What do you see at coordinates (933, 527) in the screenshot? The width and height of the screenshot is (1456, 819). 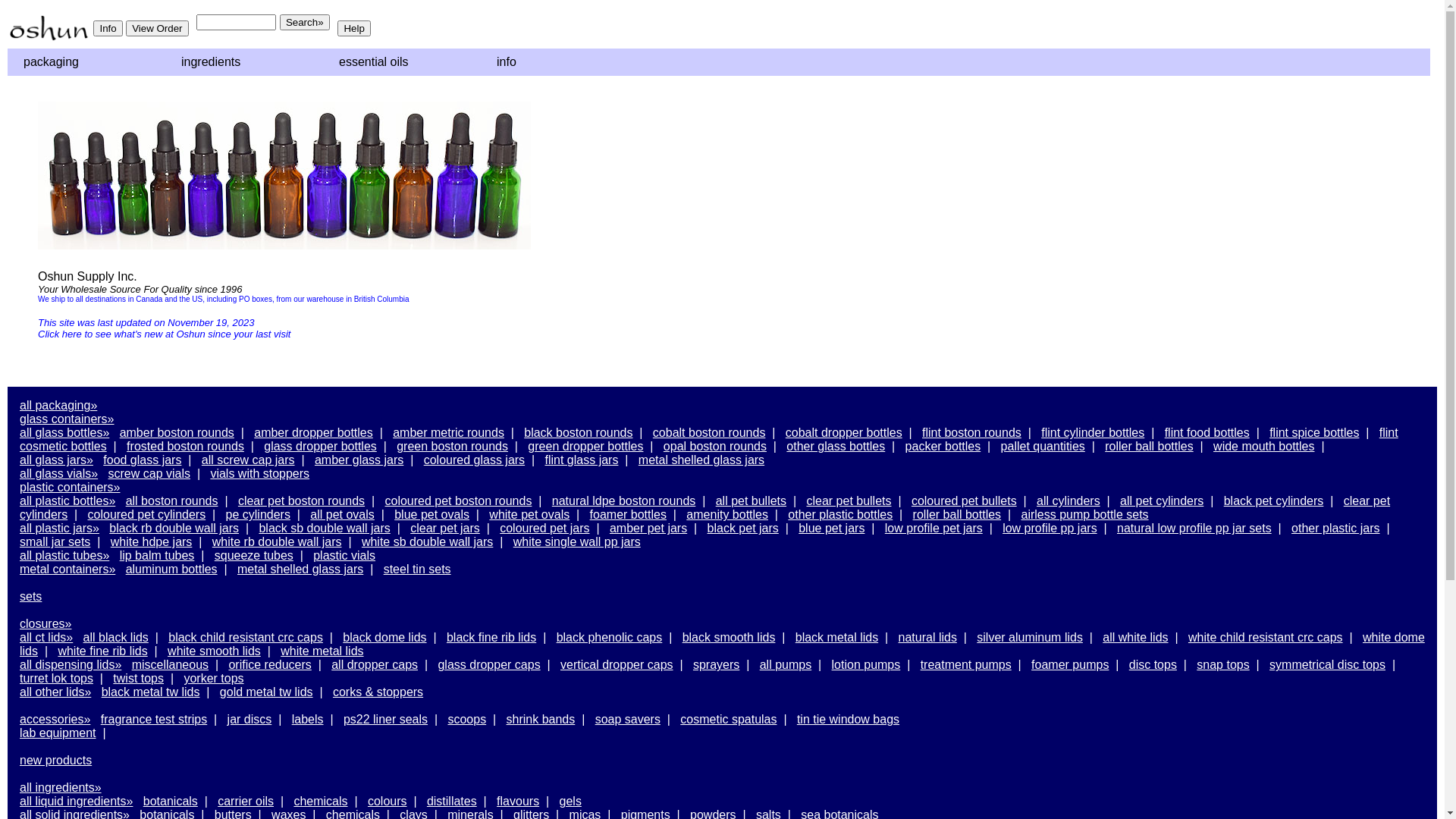 I see `'low profile pet jars'` at bounding box center [933, 527].